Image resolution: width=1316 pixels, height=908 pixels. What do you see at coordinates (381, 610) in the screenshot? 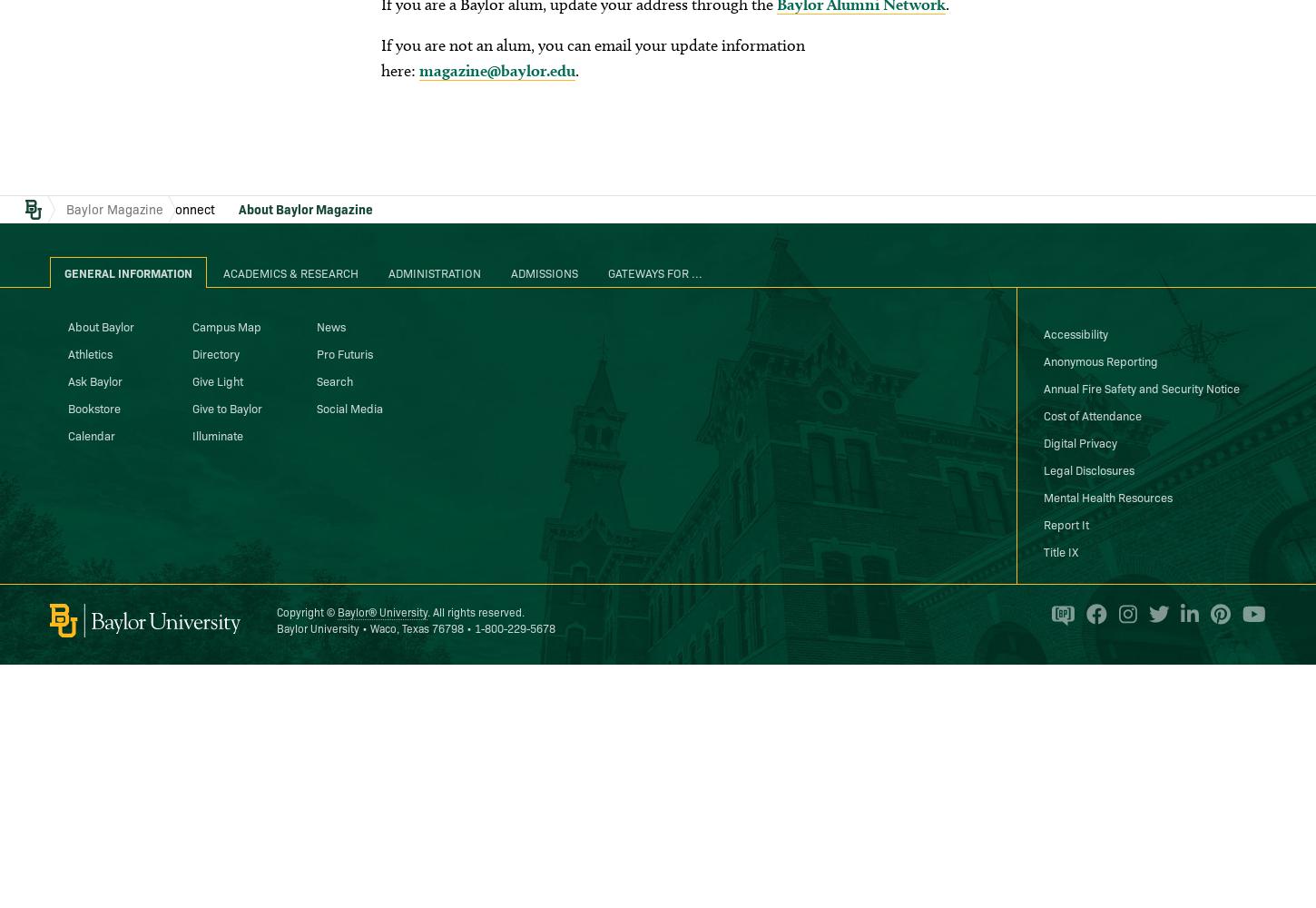
I see `'Baylor® University'` at bounding box center [381, 610].